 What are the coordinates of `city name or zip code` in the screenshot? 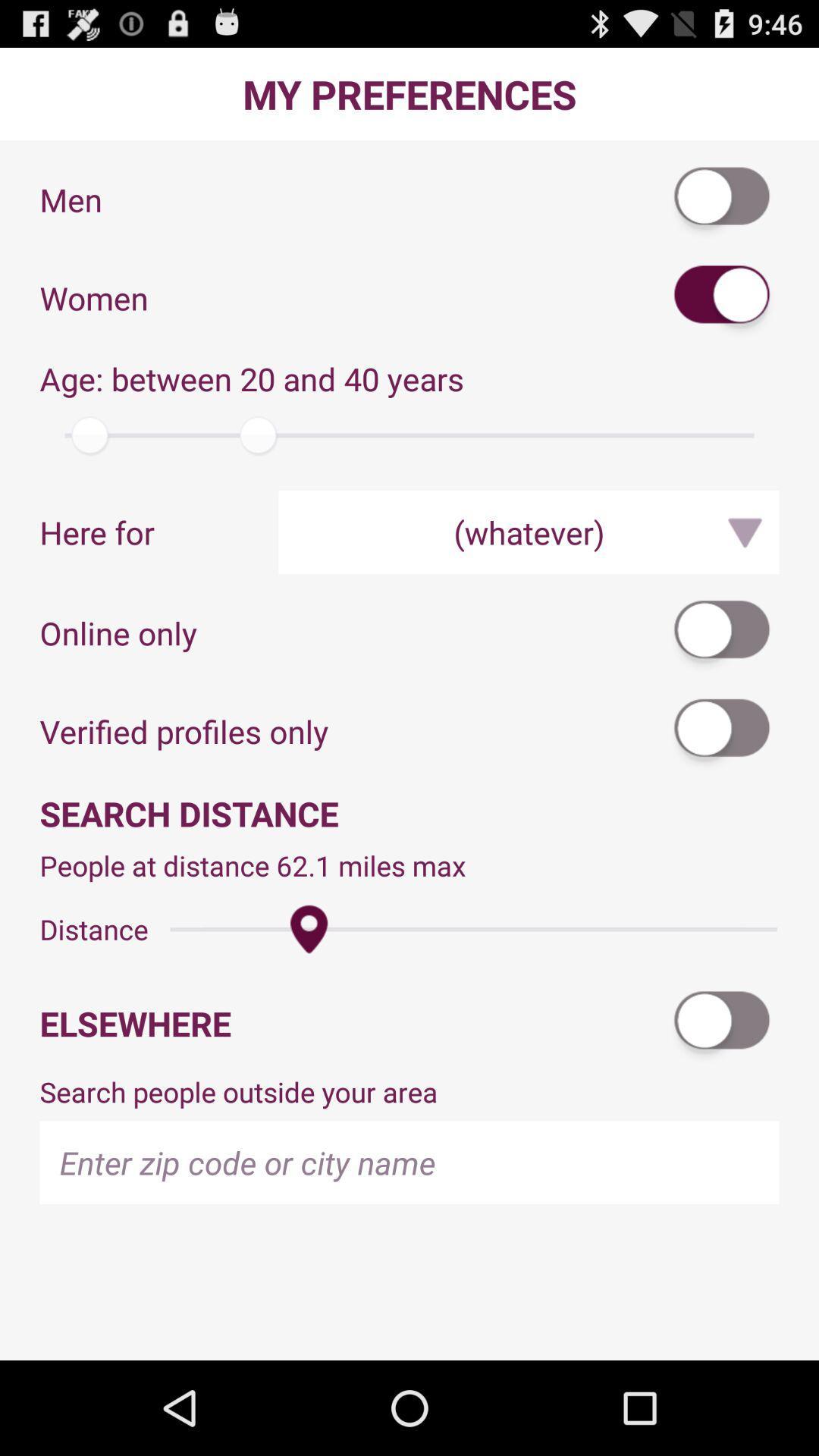 It's located at (409, 1161).